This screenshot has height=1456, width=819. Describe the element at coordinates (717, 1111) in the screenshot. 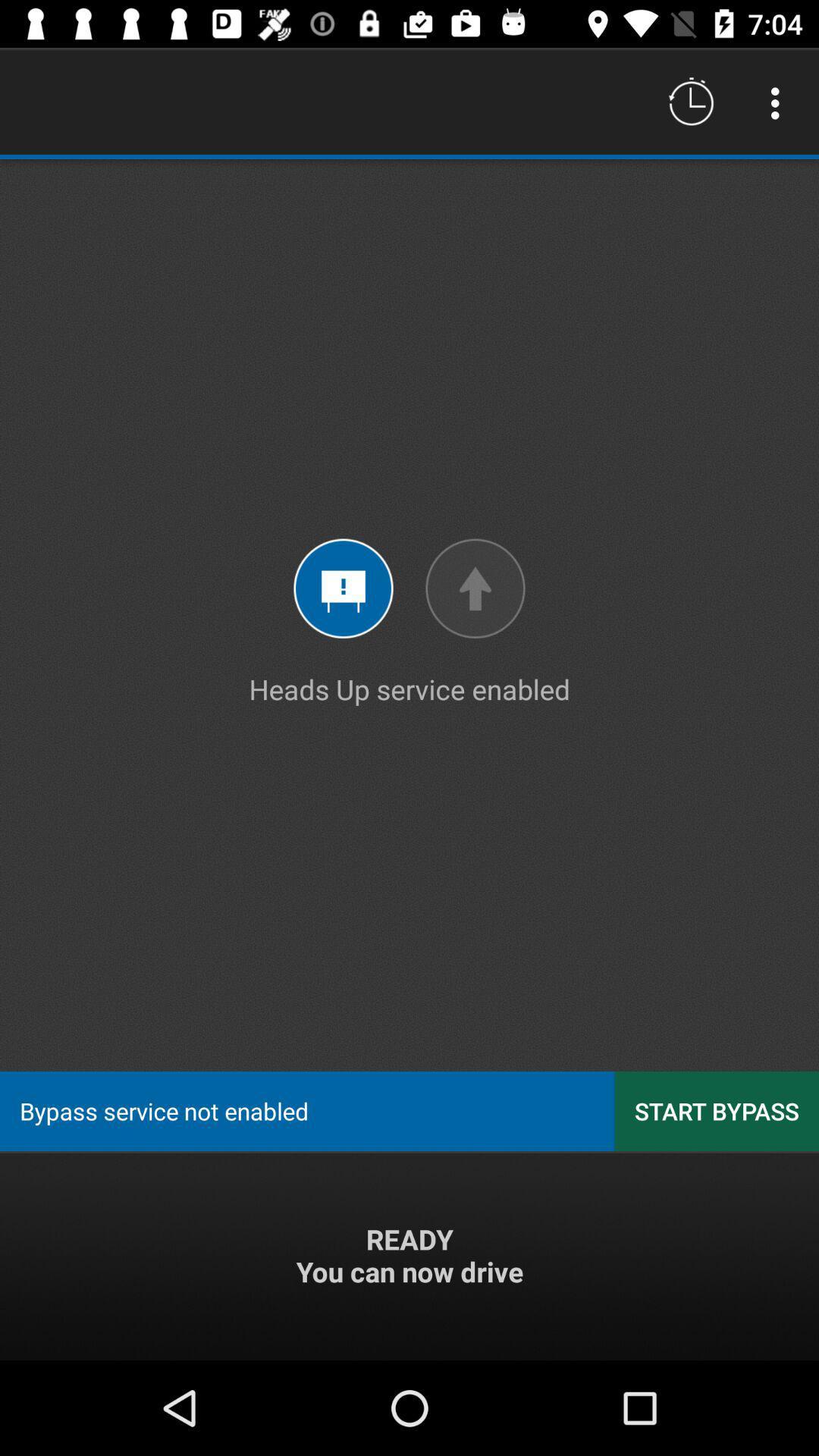

I see `the item at the bottom right corner` at that location.